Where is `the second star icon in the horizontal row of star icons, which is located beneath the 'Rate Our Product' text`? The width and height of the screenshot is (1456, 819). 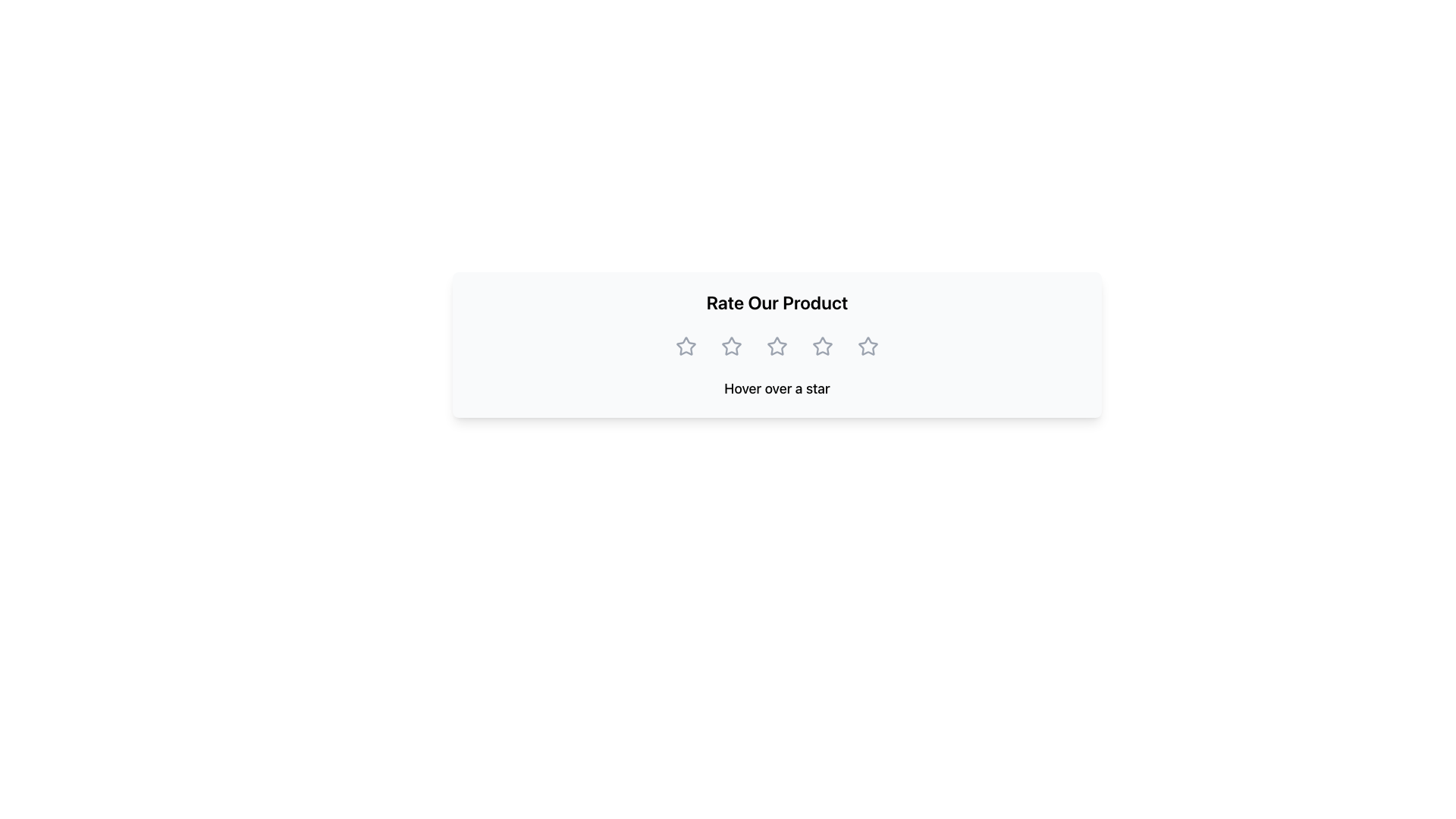
the second star icon in the horizontal row of star icons, which is located beneath the 'Rate Our Product' text is located at coordinates (731, 346).